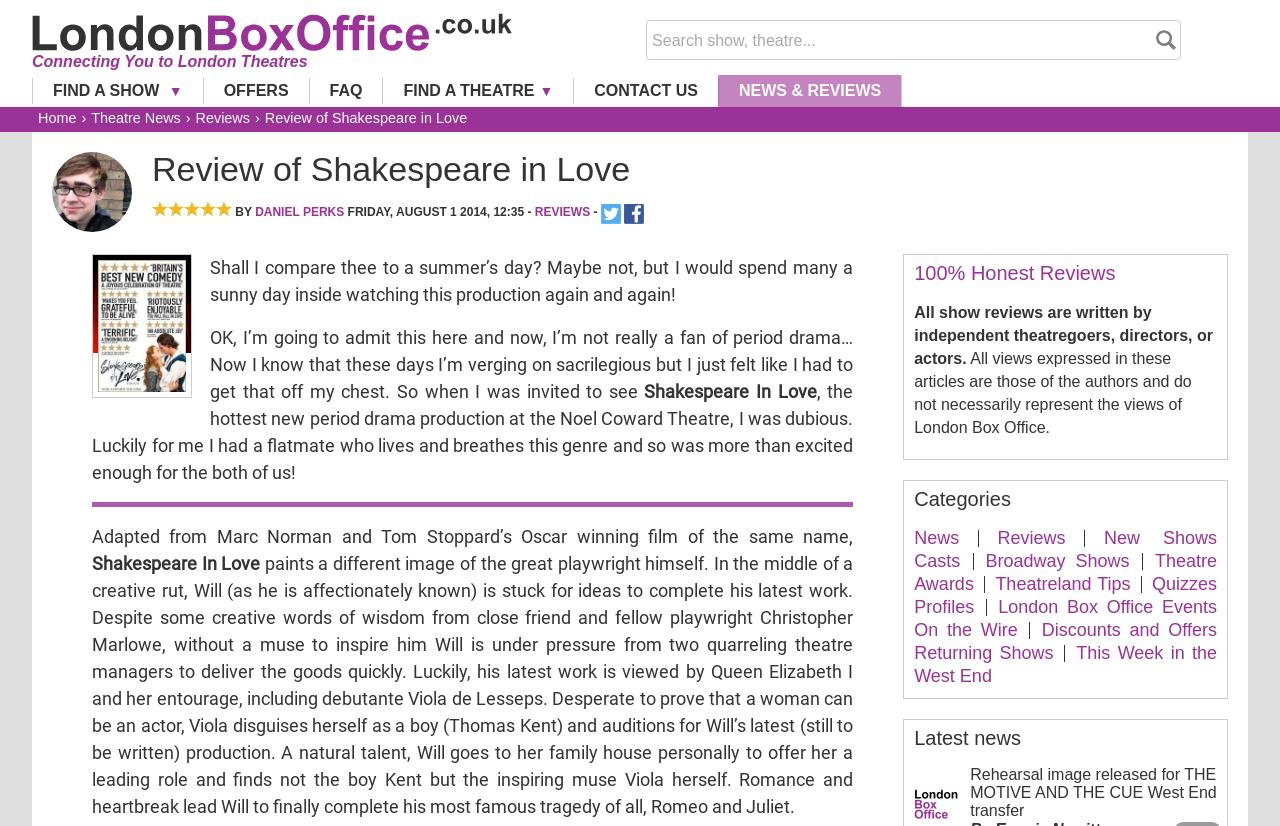 This screenshot has height=826, width=1280. I want to click on 'Returning Shows', so click(983, 651).